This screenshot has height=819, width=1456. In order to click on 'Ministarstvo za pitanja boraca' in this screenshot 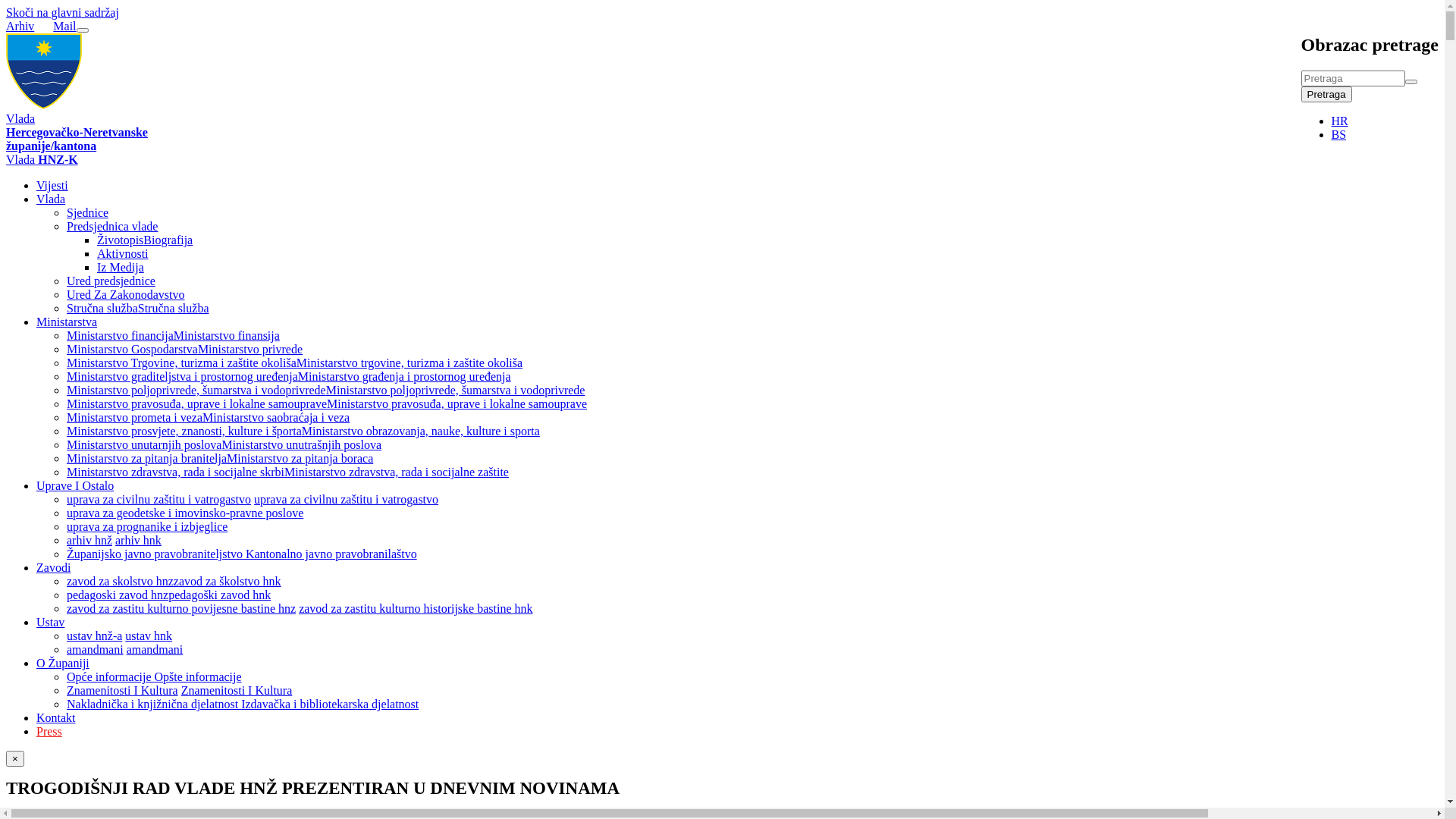, I will do `click(300, 457)`.